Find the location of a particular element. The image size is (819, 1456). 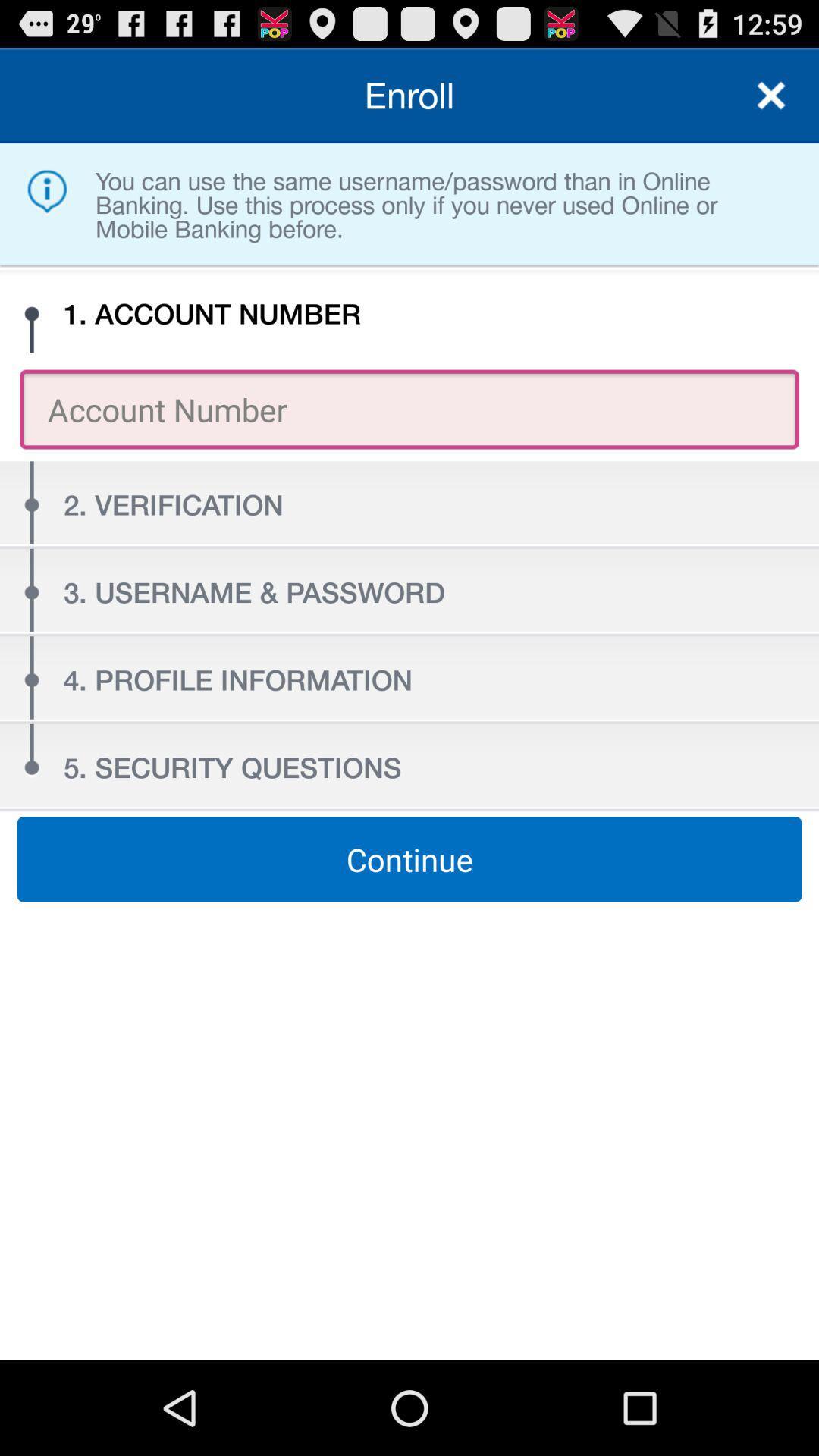

the enroll icon is located at coordinates (409, 94).